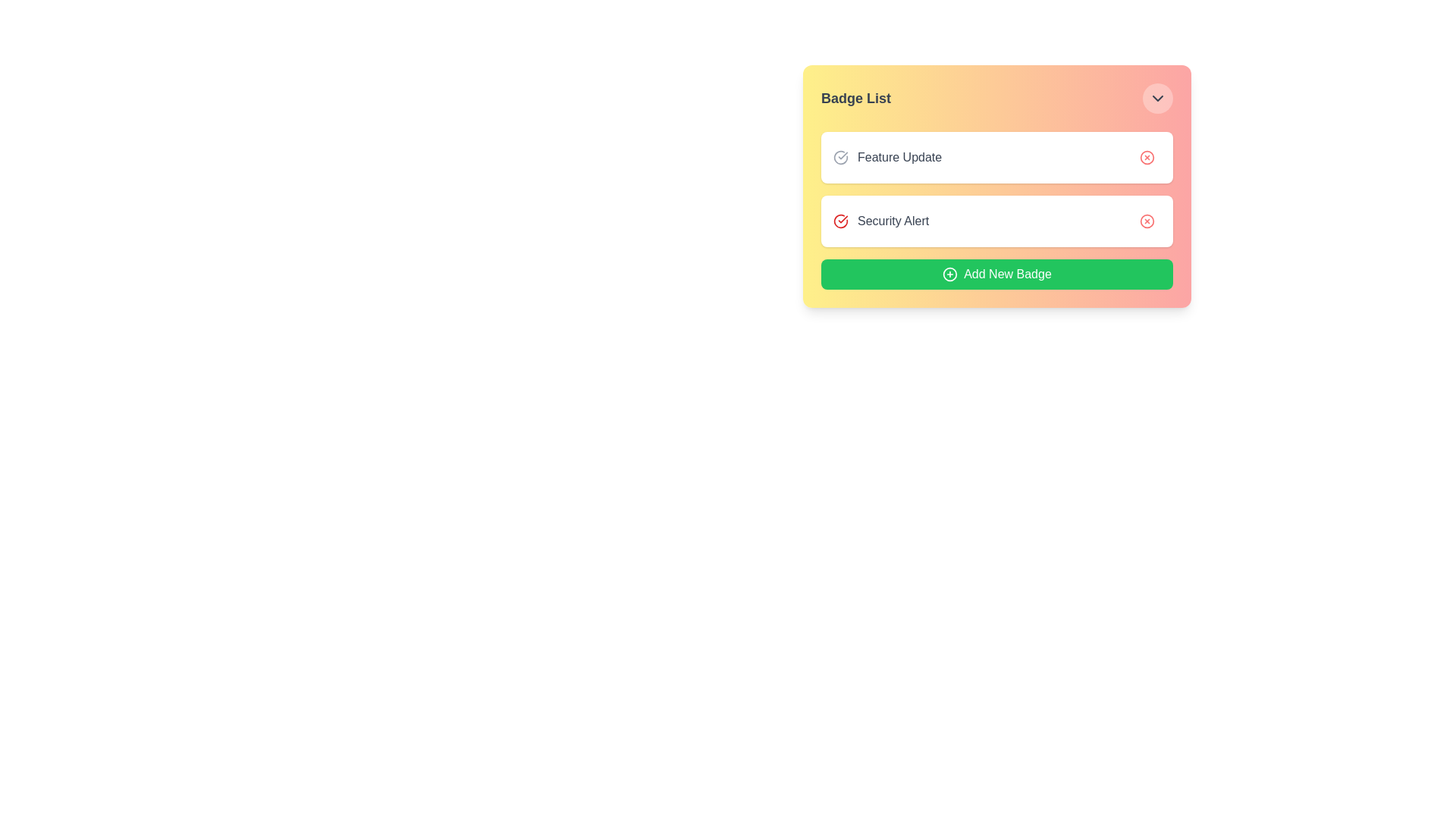 The width and height of the screenshot is (1456, 819). What do you see at coordinates (893, 221) in the screenshot?
I see `the 'Security Alert' text label, which is styled in gray and is part of the 'Badge List' in the second row, positioned to the right of an icon with a circle and checkmark` at bounding box center [893, 221].